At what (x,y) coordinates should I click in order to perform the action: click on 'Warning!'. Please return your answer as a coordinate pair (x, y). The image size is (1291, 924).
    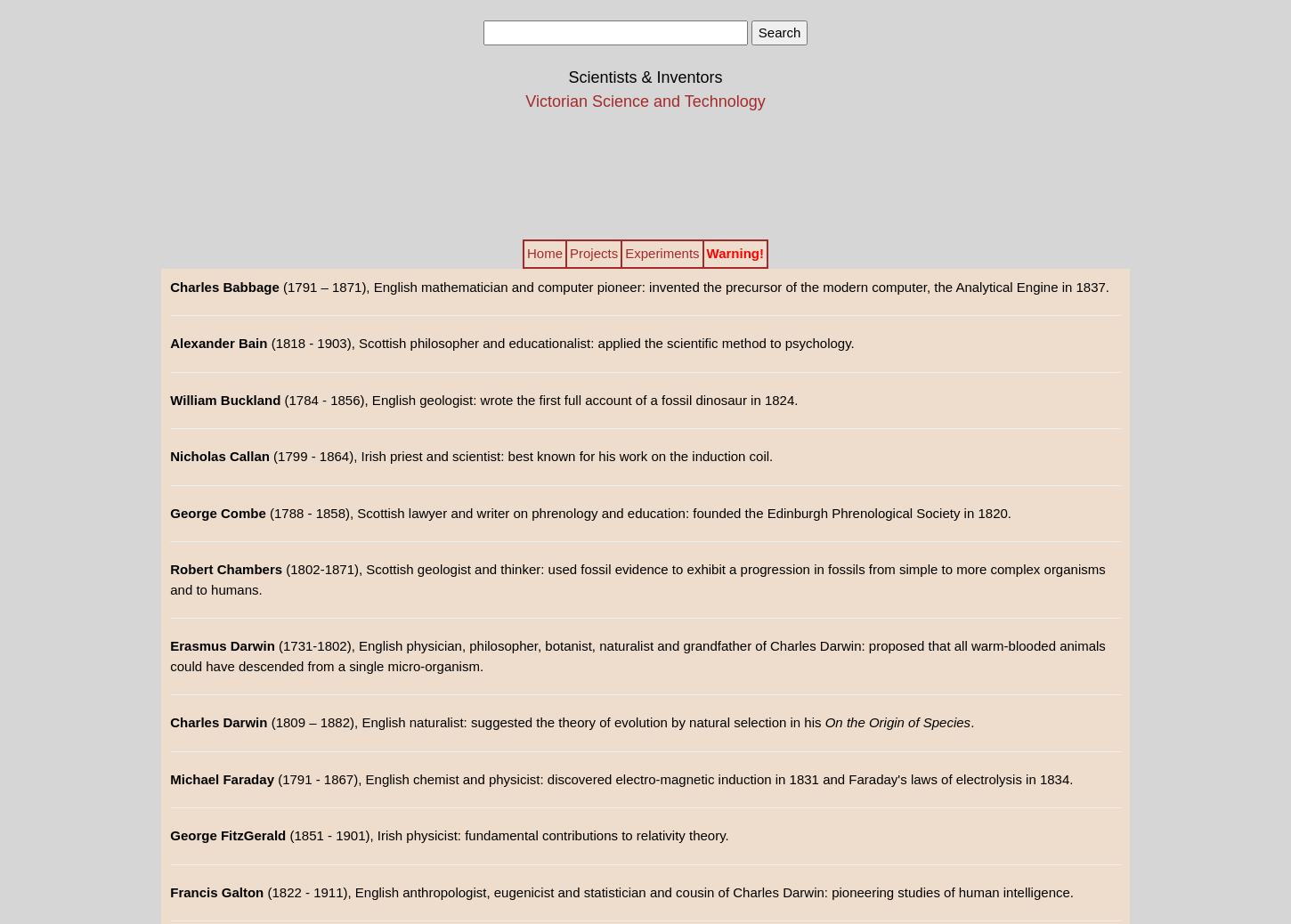
    Looking at the image, I should click on (735, 253).